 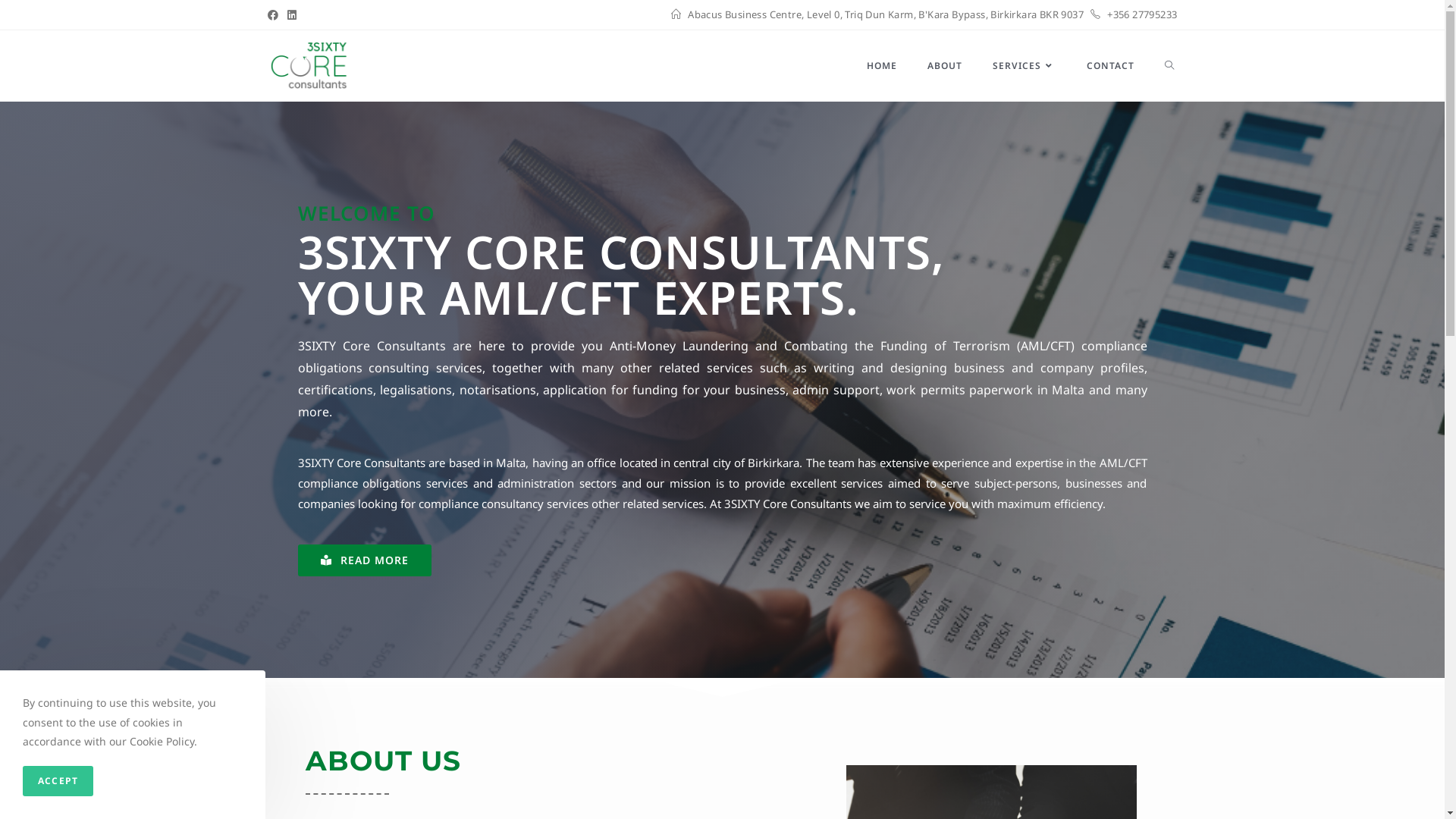 I want to click on 'ABOUT', so click(x=910, y=65).